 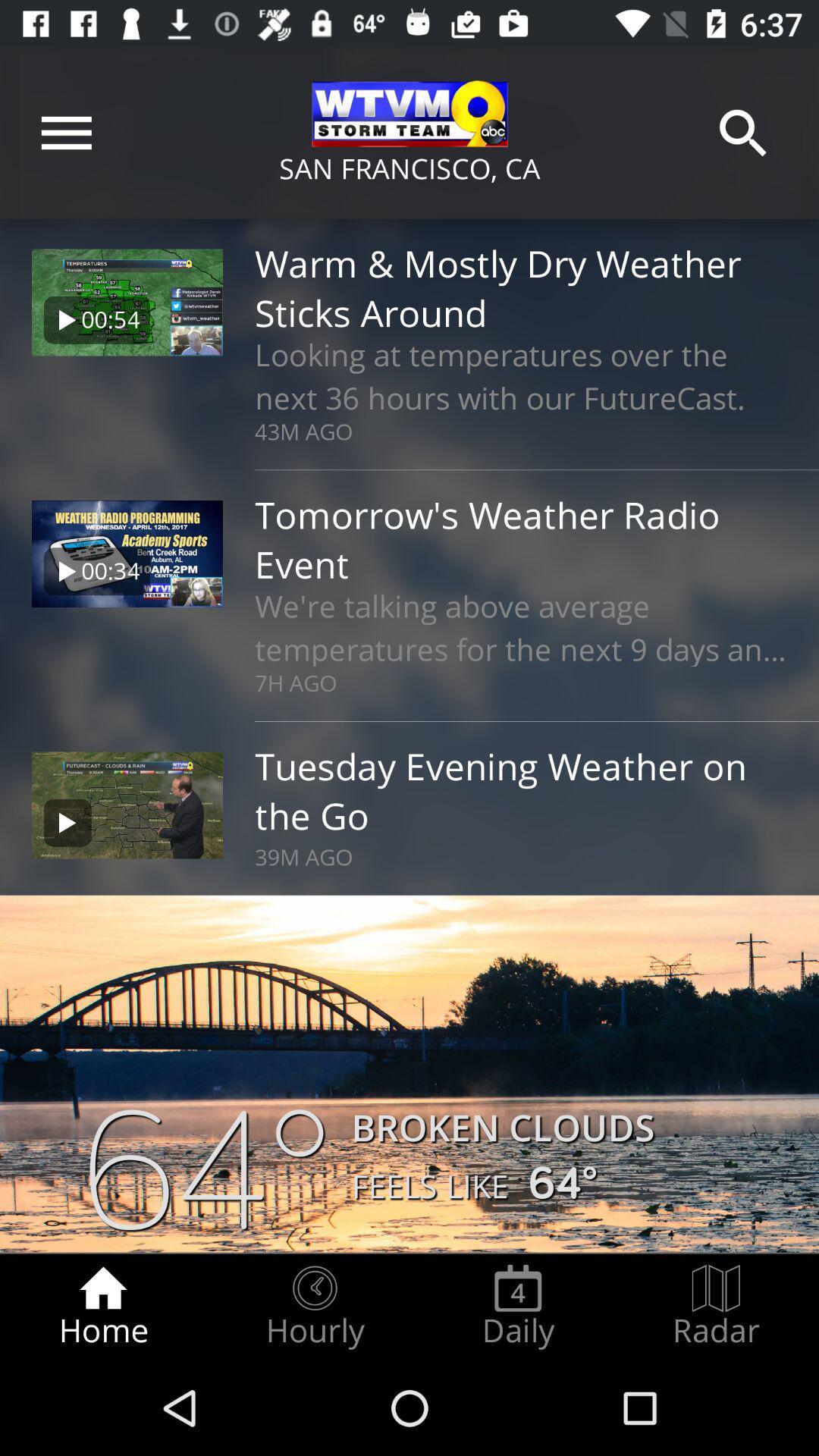 What do you see at coordinates (517, 1306) in the screenshot?
I see `icon to the right of the hourly item` at bounding box center [517, 1306].